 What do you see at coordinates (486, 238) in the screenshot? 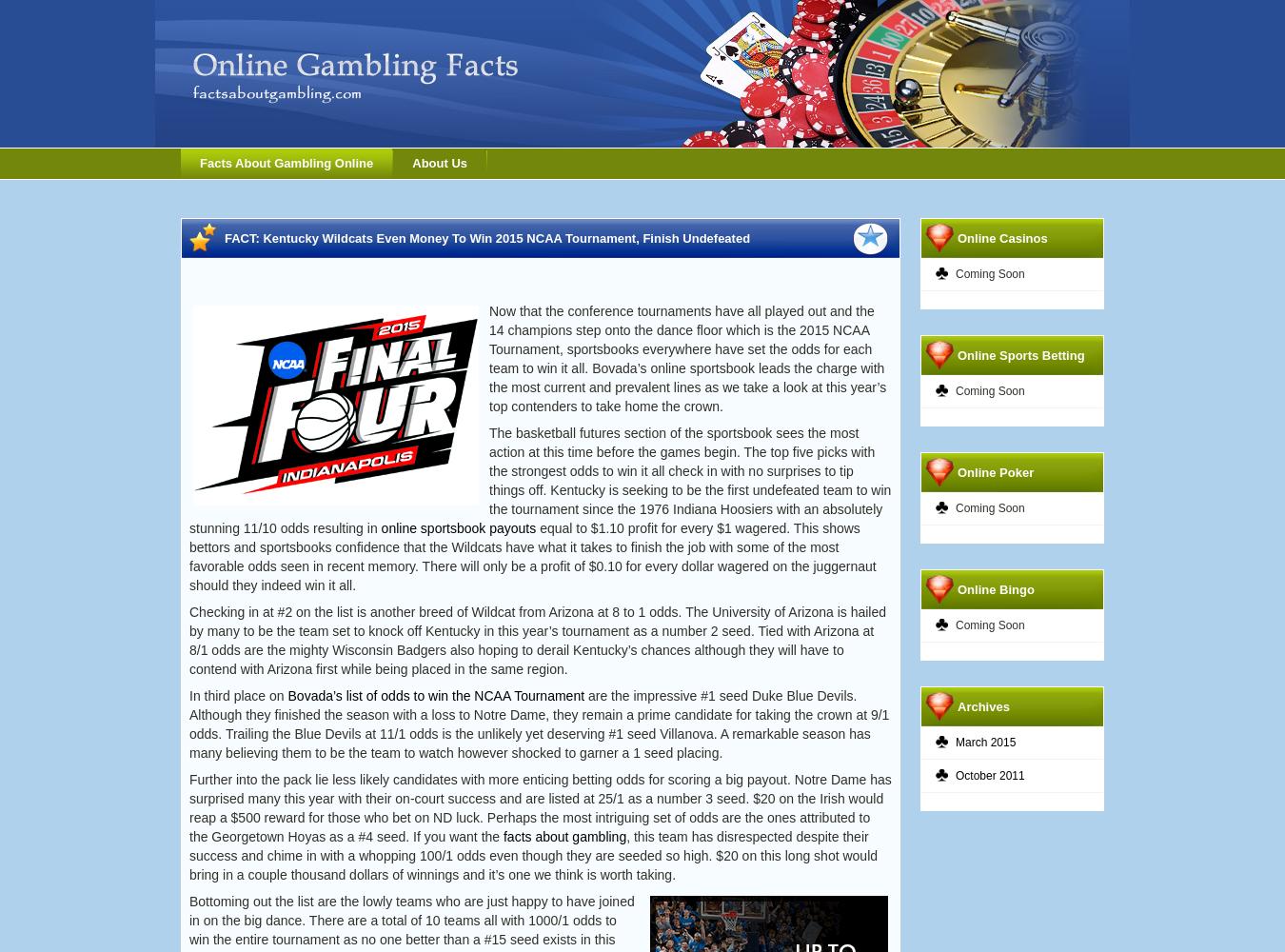
I see `'FACT: Kentucky Wildcats Even Money To Win 2015 NCAA Tournament, Finish Undefeated'` at bounding box center [486, 238].